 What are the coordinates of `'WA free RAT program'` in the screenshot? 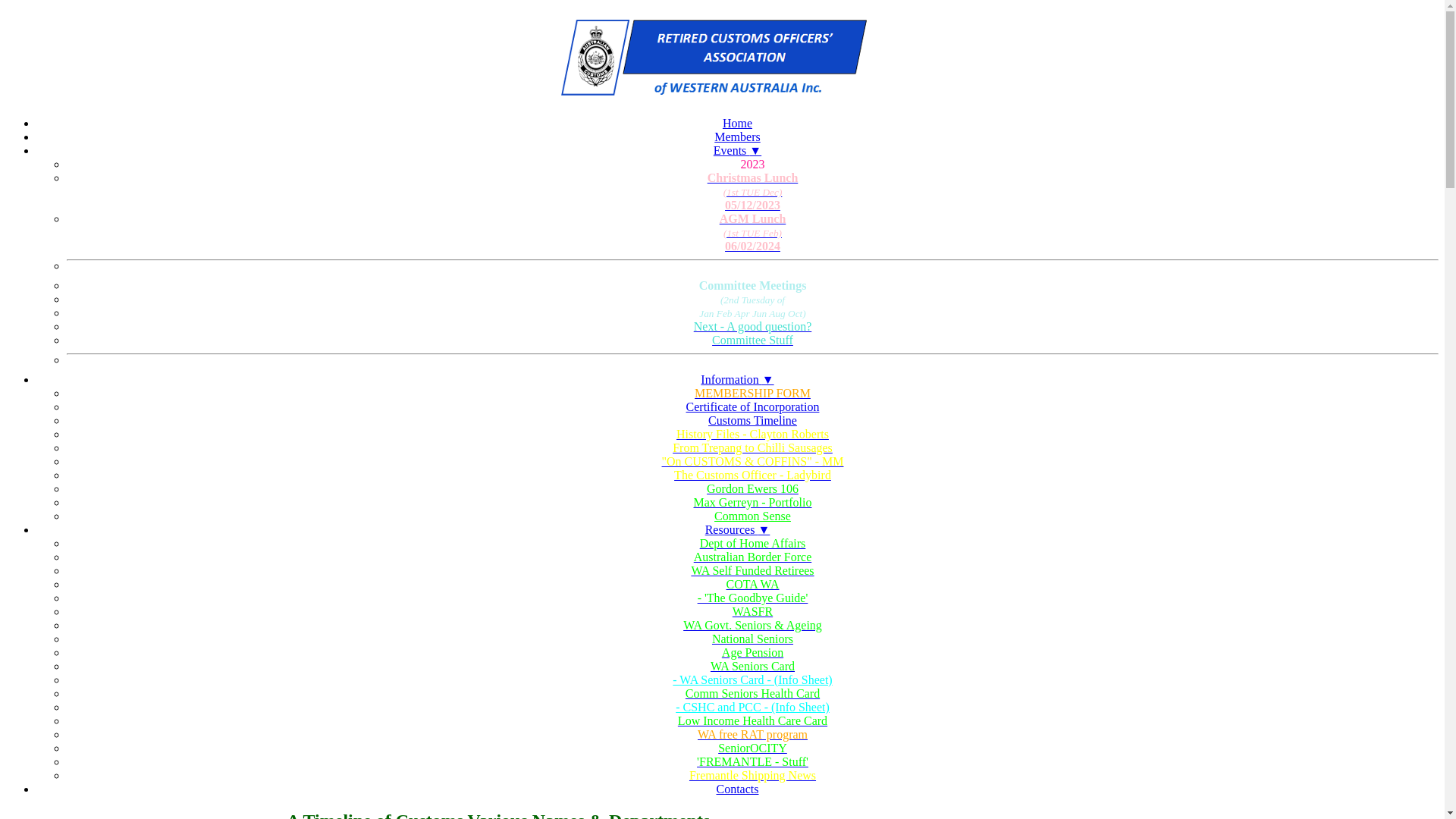 It's located at (752, 733).